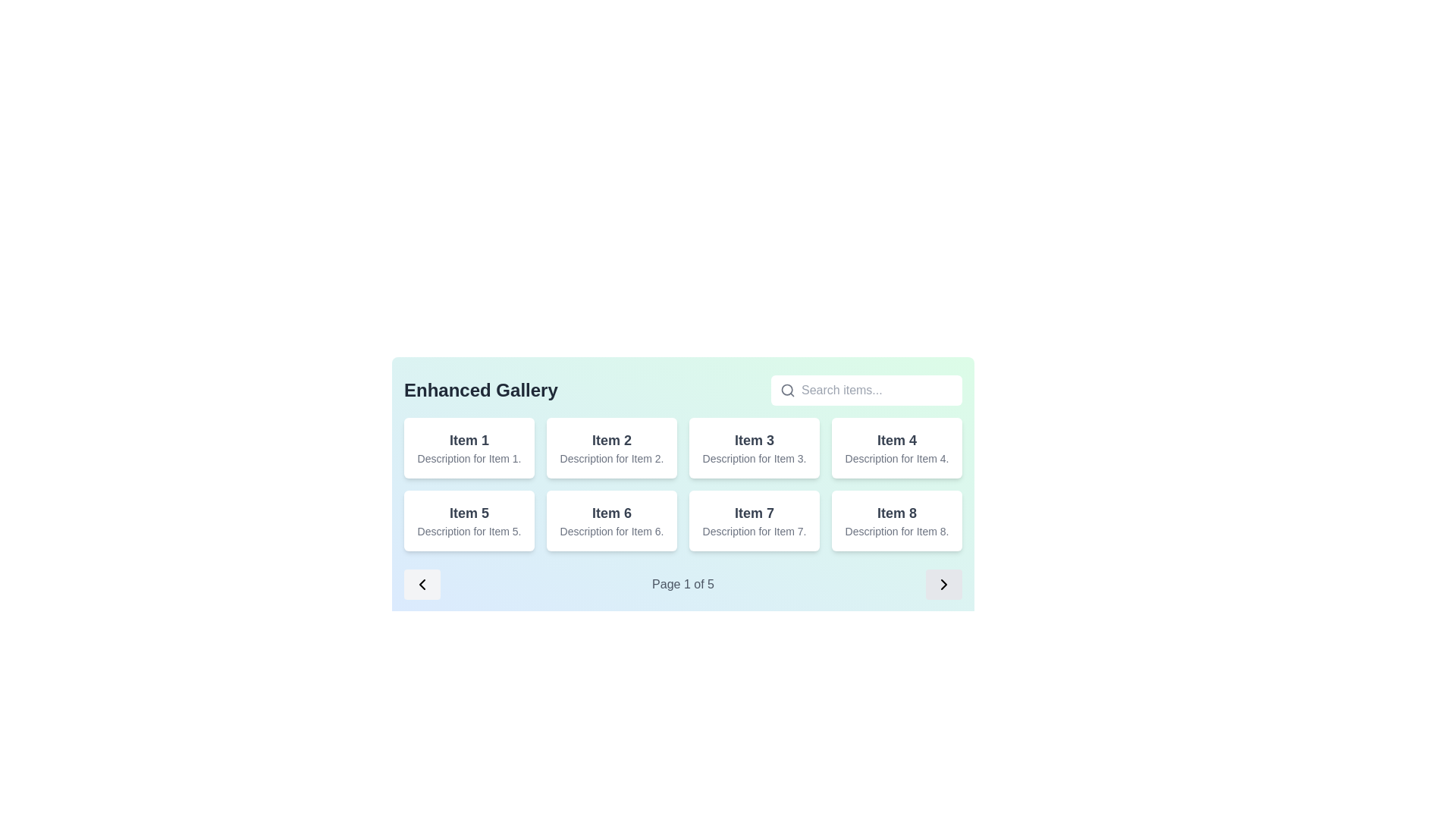 The height and width of the screenshot is (819, 1456). I want to click on the non-interactive text label providing additional information about 'Item 4', located directly below the title text within the card structure, so click(896, 458).